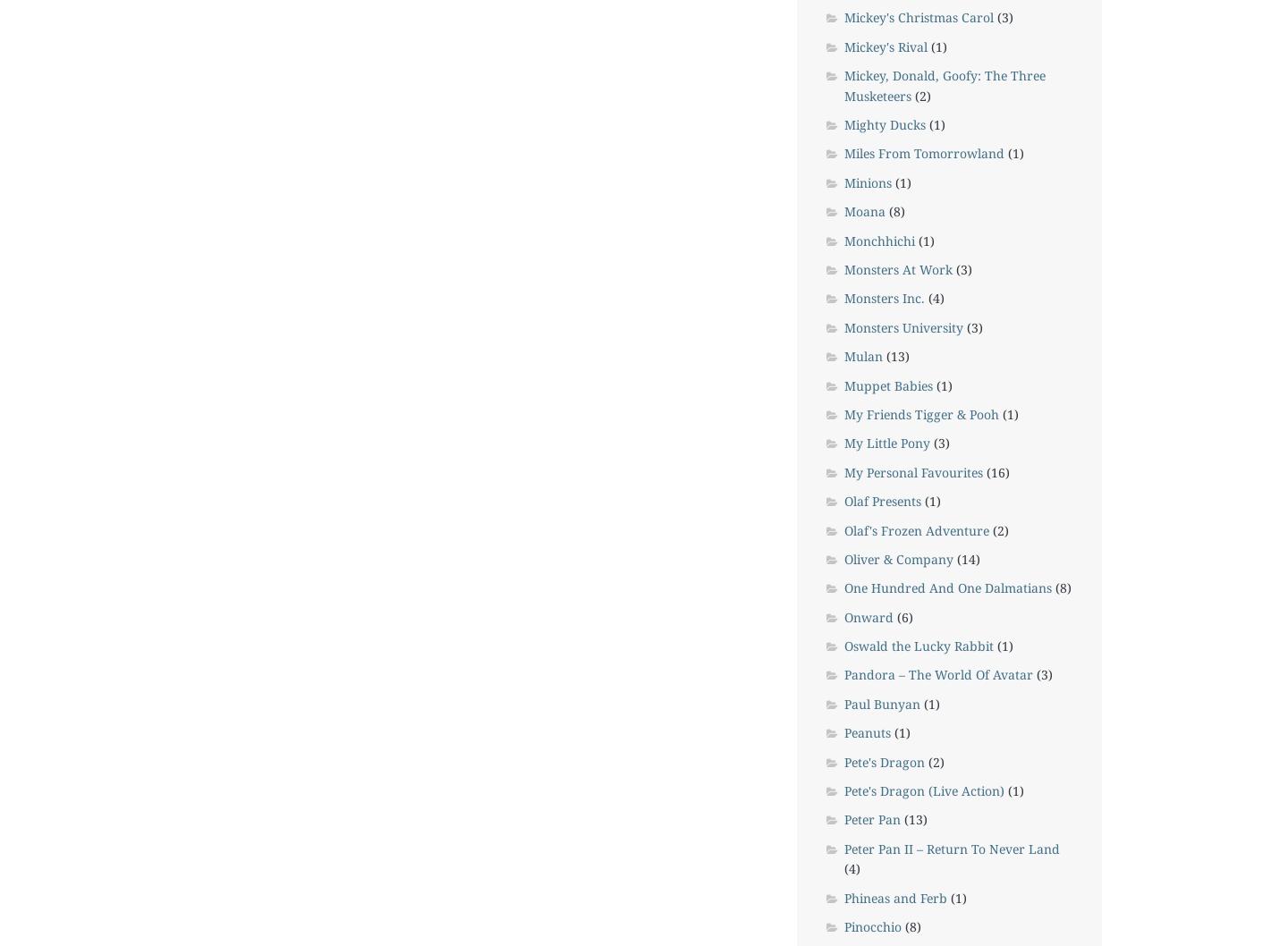 The width and height of the screenshot is (1288, 946). What do you see at coordinates (870, 819) in the screenshot?
I see `'Peter Pan'` at bounding box center [870, 819].